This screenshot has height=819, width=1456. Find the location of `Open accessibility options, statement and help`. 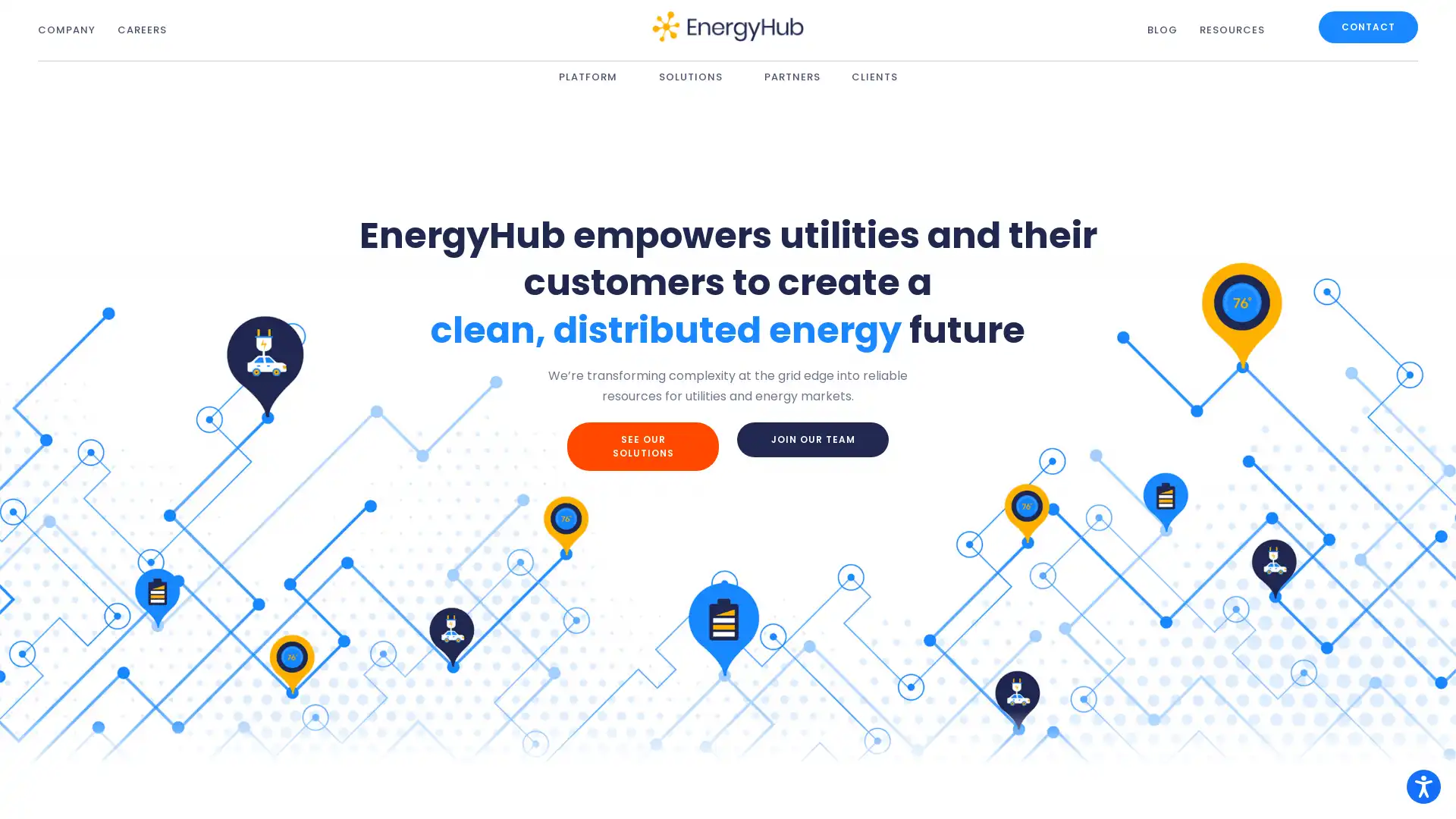

Open accessibility options, statement and help is located at coordinates (1423, 786).